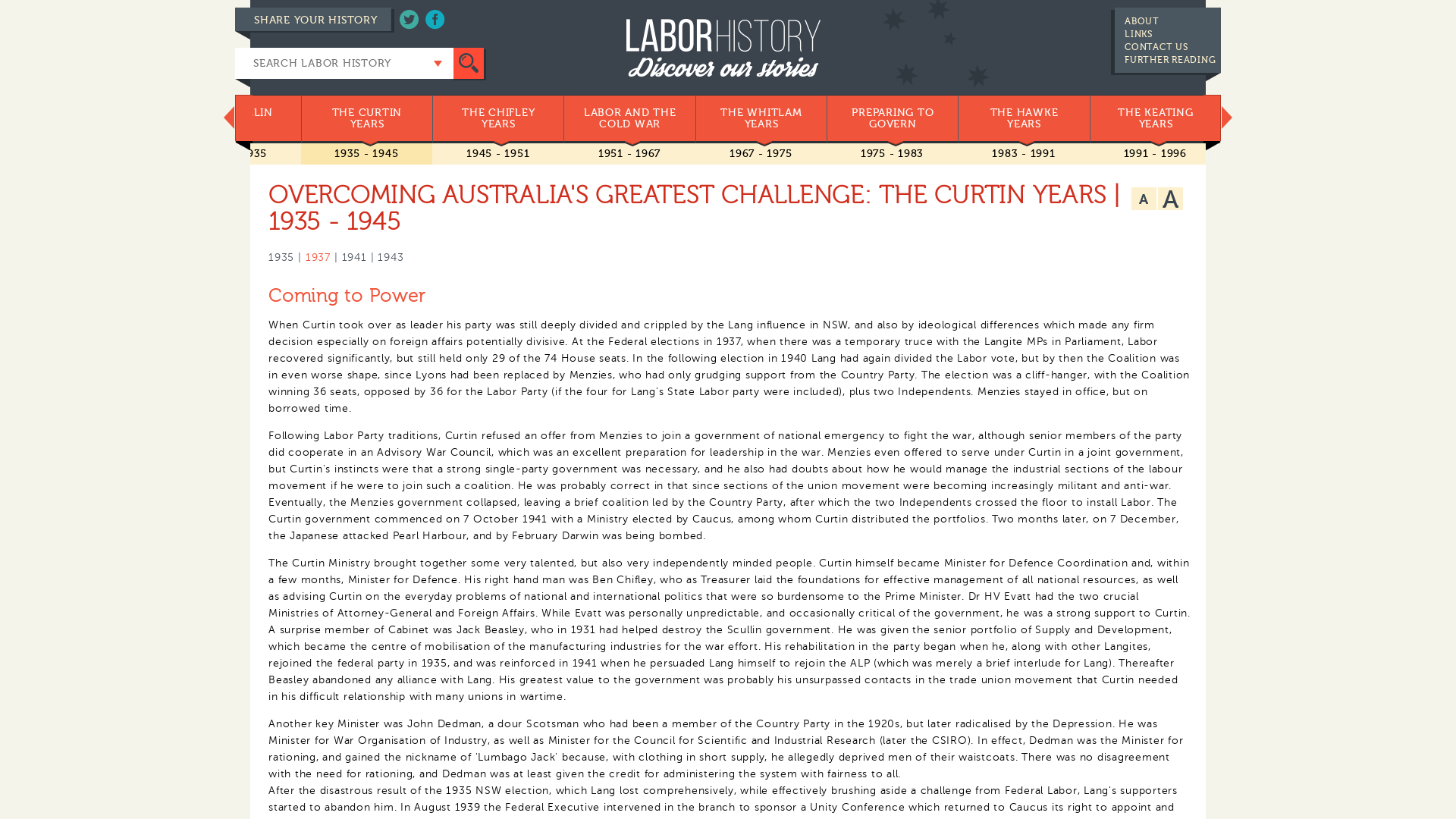 The height and width of the screenshot is (819, 1456). Describe the element at coordinates (301, 118) in the screenshot. I see `'THE CURTIN YEARS'` at that location.